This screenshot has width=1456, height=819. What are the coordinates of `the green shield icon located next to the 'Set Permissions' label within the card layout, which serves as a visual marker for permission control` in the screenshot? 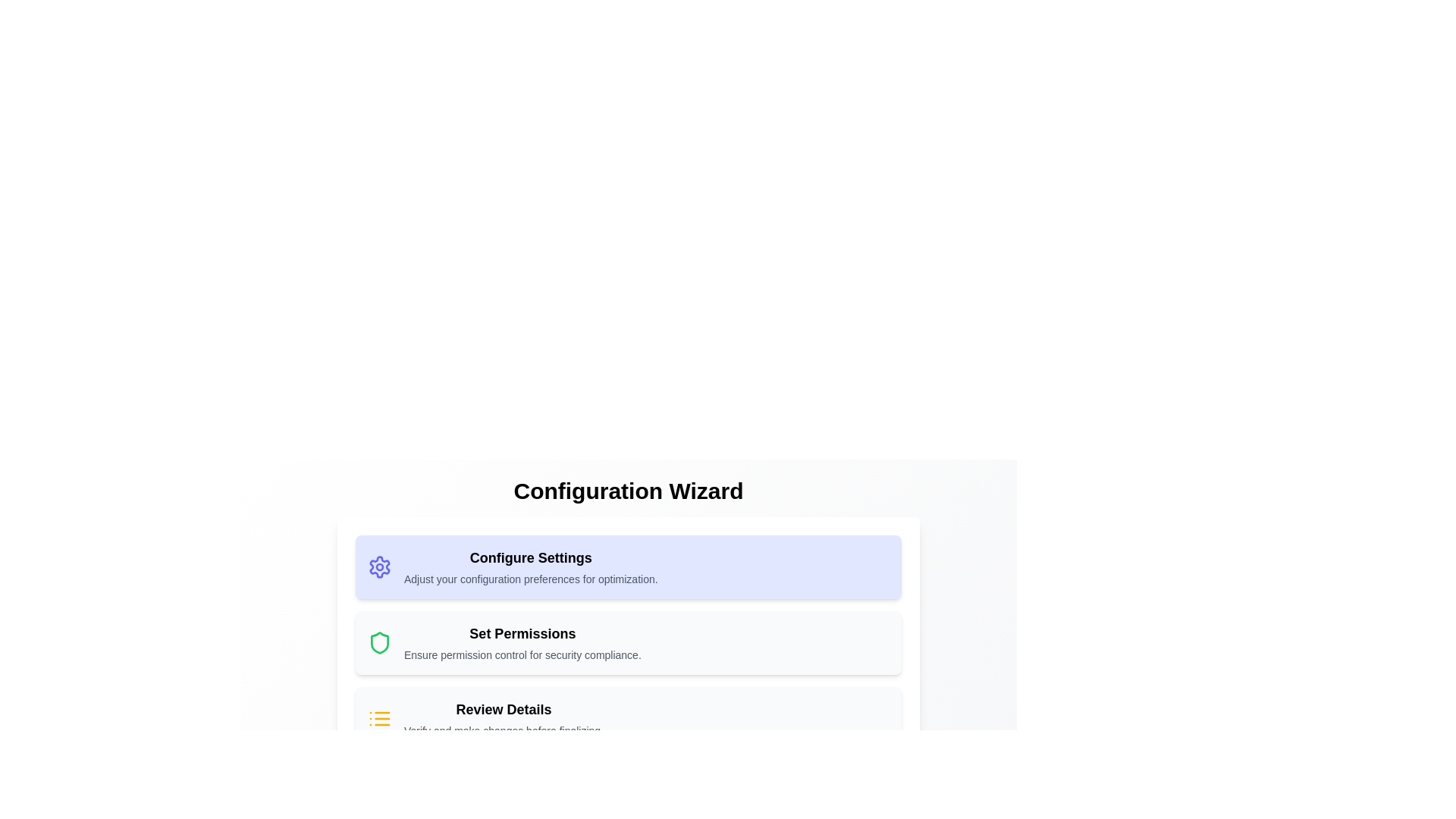 It's located at (379, 643).